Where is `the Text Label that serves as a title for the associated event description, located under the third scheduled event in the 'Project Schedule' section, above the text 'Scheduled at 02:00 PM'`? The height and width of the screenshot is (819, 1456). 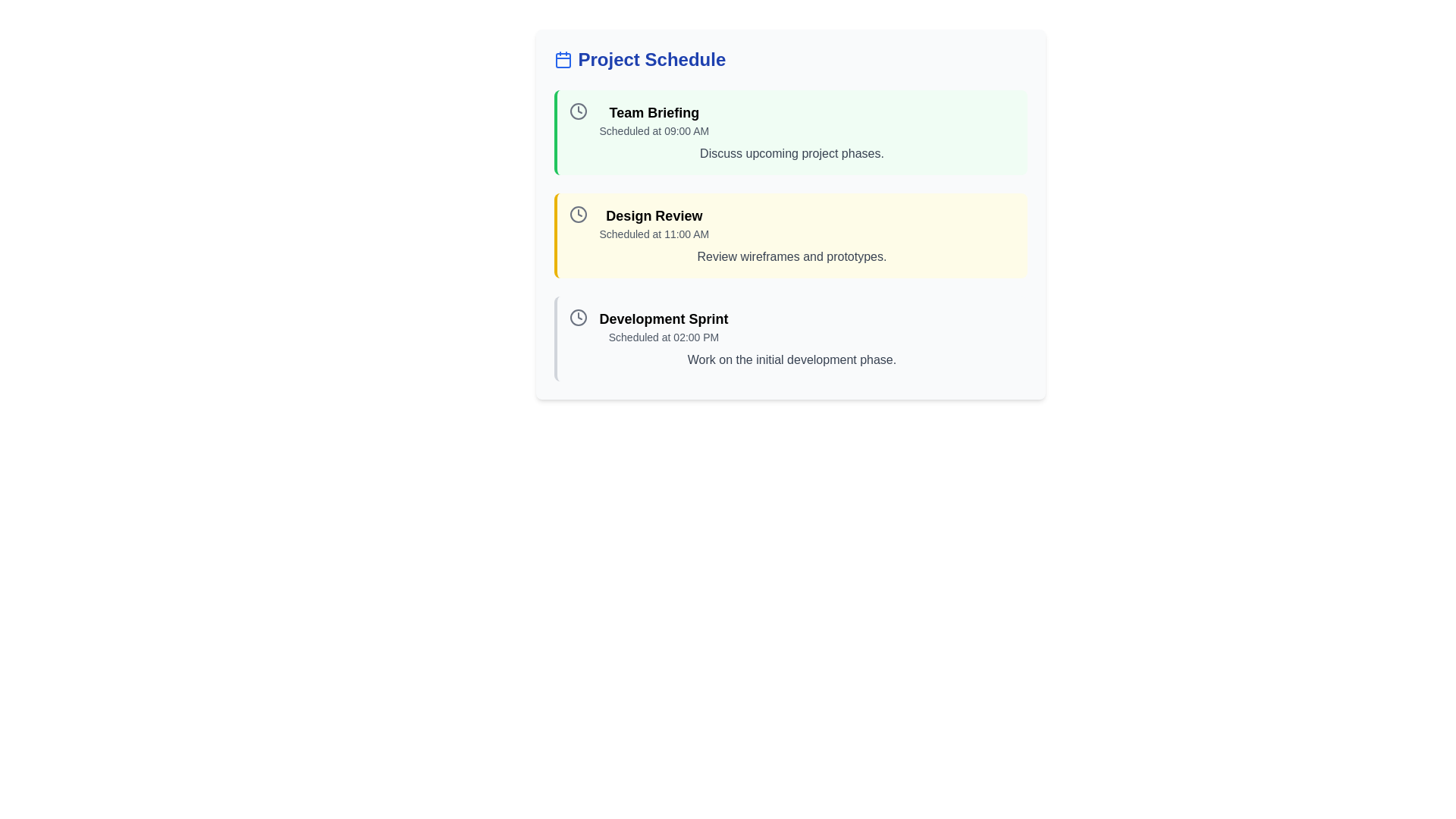
the Text Label that serves as a title for the associated event description, located under the third scheduled event in the 'Project Schedule' section, above the text 'Scheduled at 02:00 PM' is located at coordinates (664, 318).